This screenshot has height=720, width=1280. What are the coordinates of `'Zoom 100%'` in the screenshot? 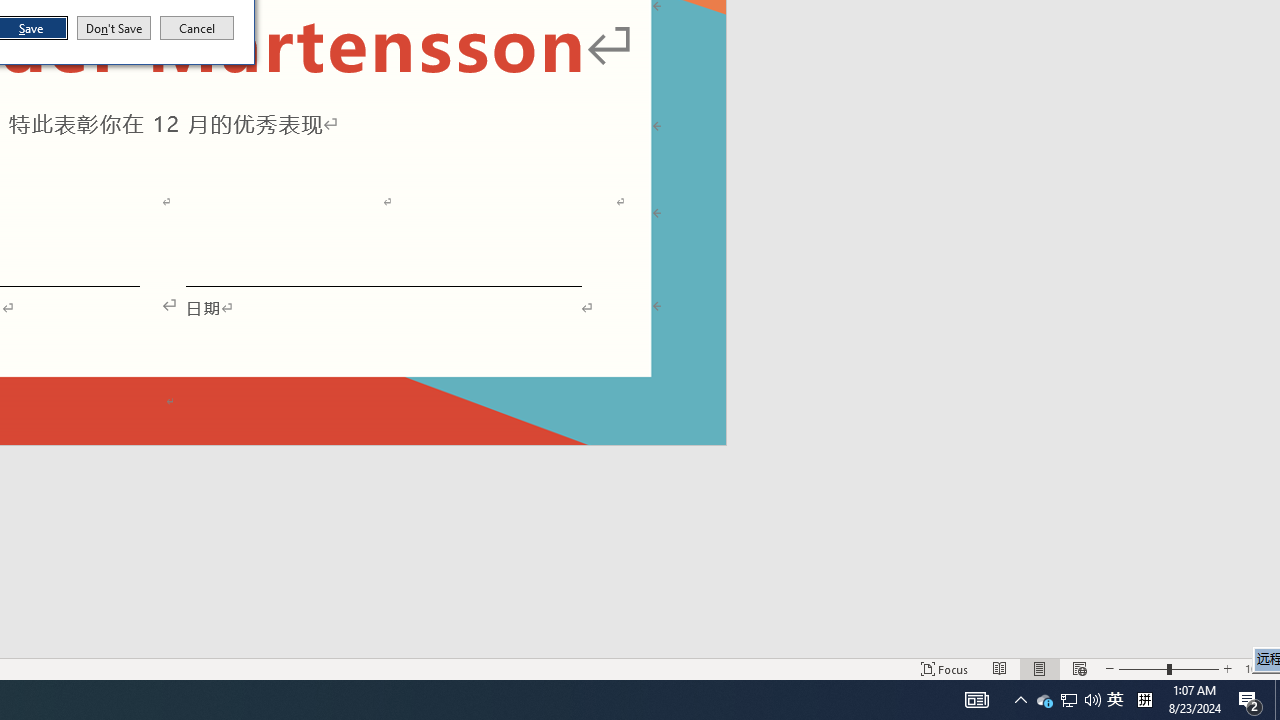 It's located at (1257, 669).